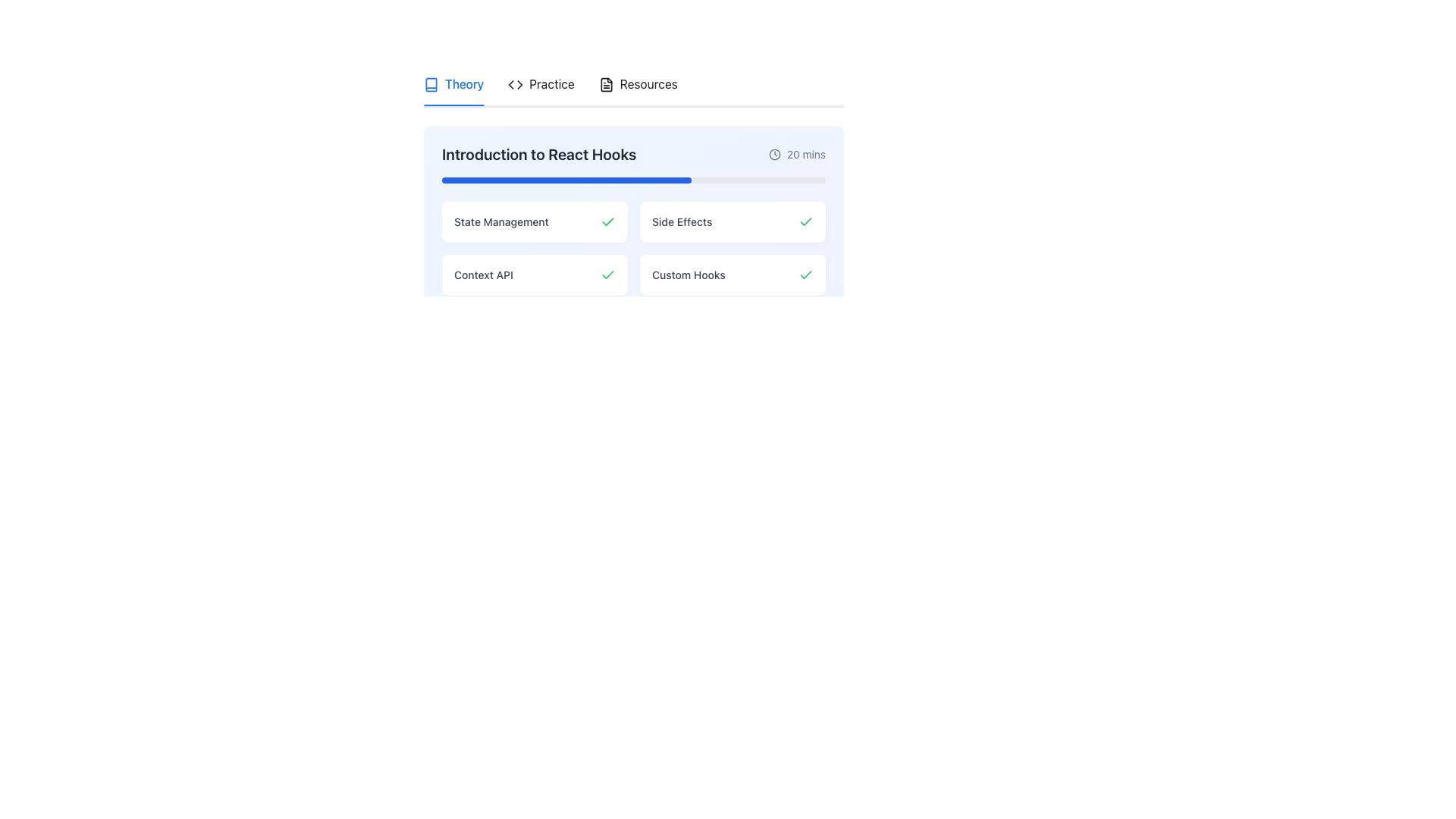  I want to click on the visual confirmation icon indicating the completion or activation of the 'Side Effects' module, located in the top-right corner of the 'Side Effects' section, so click(805, 222).